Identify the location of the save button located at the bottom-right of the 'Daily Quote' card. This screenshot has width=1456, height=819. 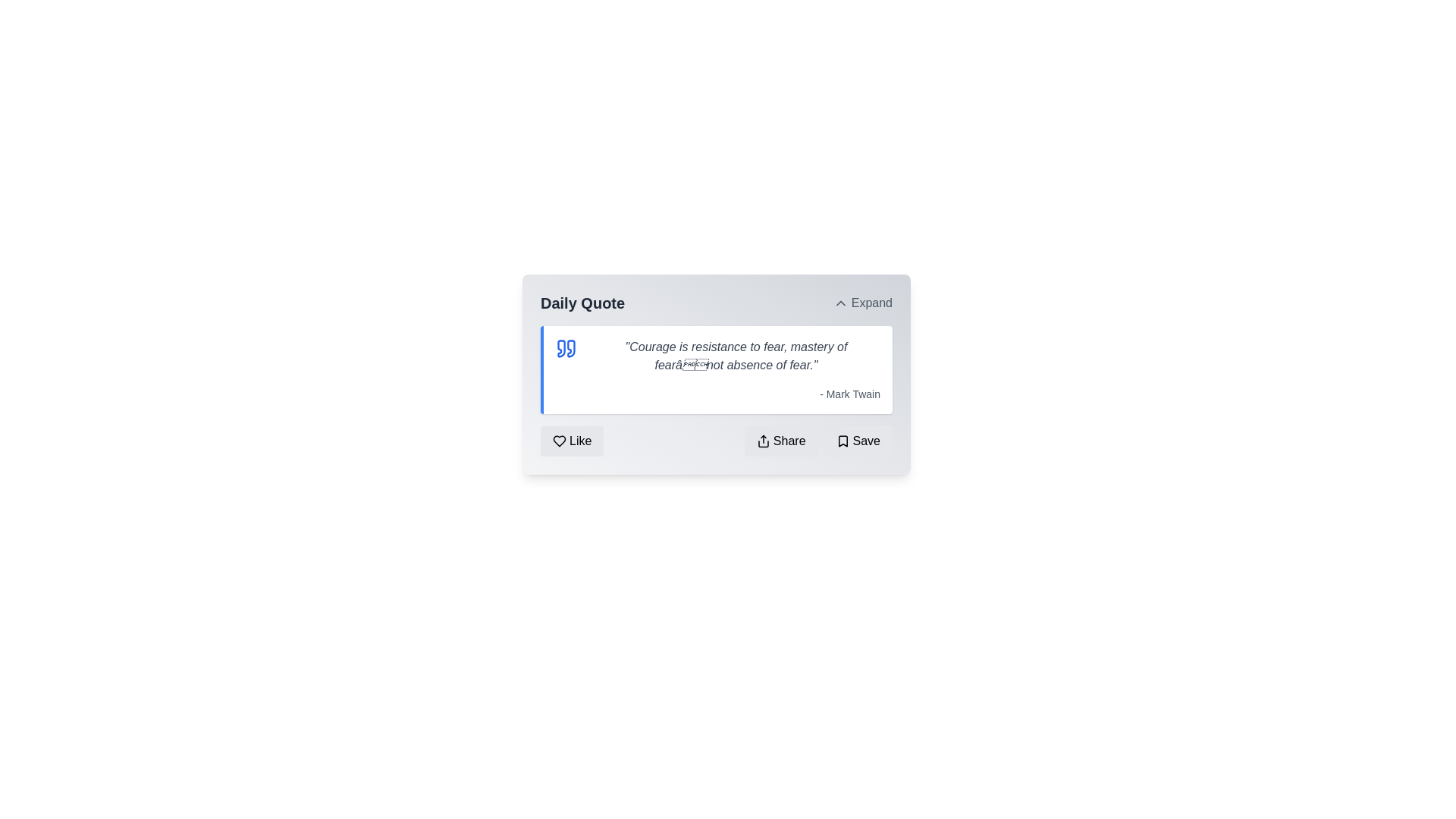
(858, 441).